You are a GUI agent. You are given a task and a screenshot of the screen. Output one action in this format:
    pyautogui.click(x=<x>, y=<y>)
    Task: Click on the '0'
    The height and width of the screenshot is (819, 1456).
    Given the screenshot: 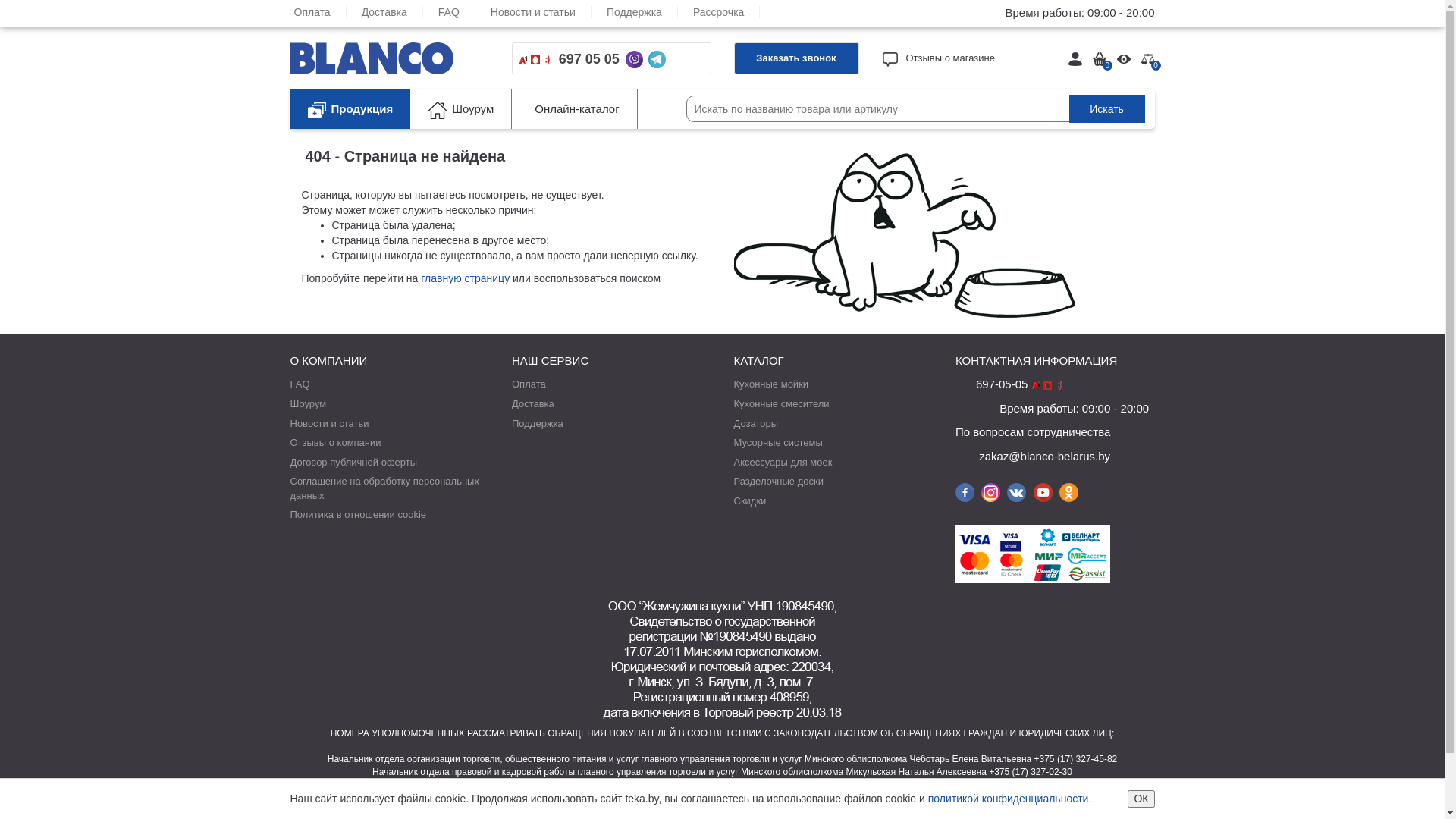 What is the action you would take?
    pyautogui.click(x=1092, y=58)
    